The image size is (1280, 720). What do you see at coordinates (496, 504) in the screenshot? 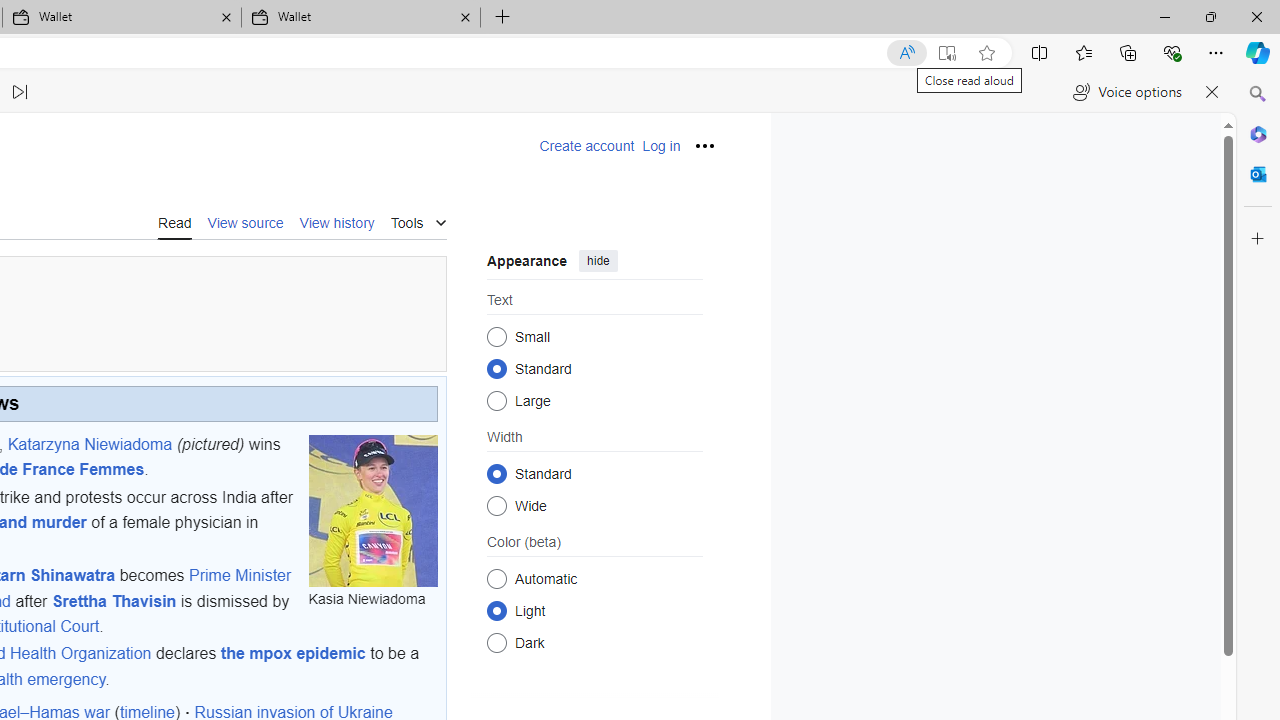
I see `'Wide'` at bounding box center [496, 504].